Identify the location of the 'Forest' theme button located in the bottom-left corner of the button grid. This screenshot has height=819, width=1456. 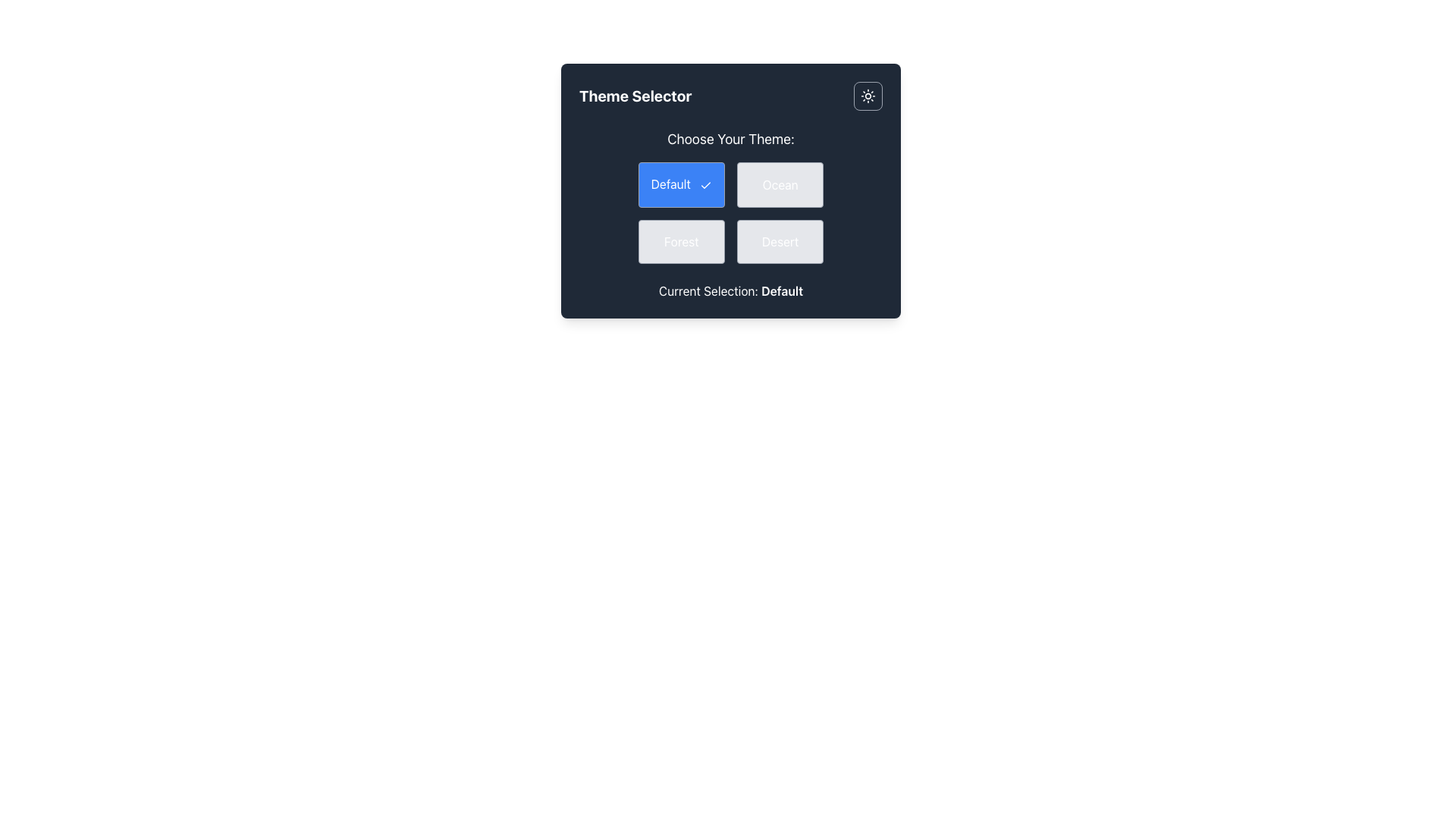
(680, 240).